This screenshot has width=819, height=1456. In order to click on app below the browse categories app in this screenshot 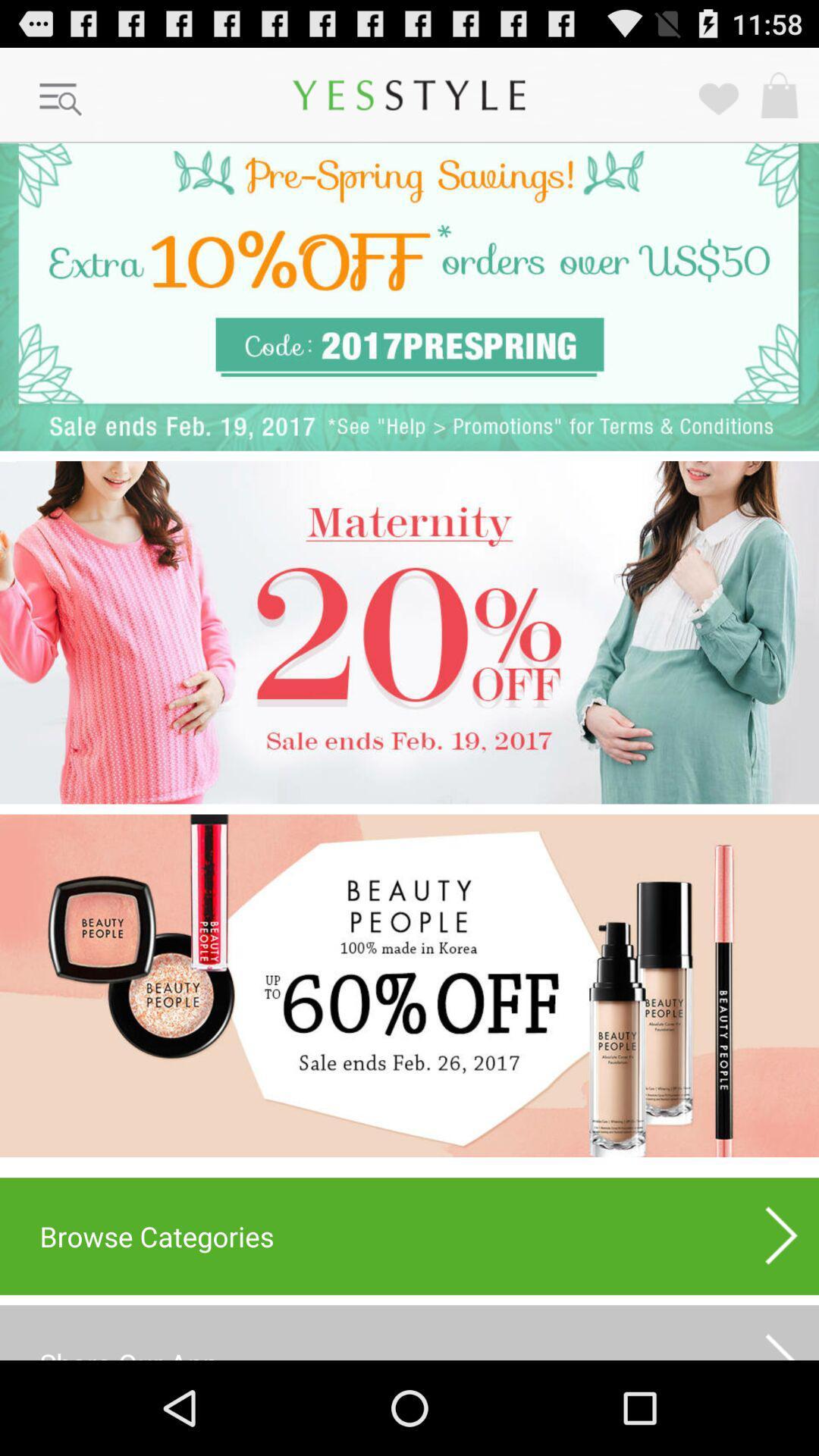, I will do `click(409, 1332)`.